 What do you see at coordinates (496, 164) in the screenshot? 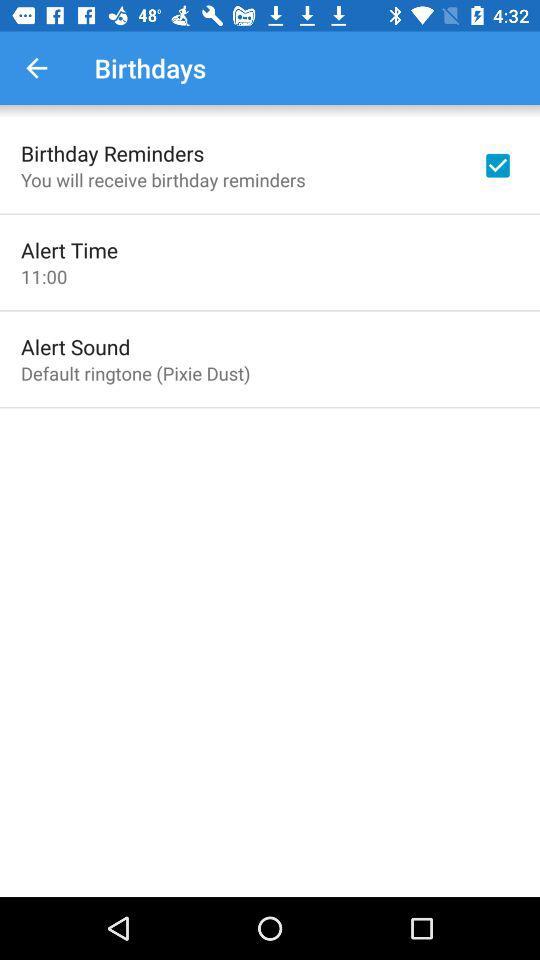
I see `icon next to you will receive icon` at bounding box center [496, 164].